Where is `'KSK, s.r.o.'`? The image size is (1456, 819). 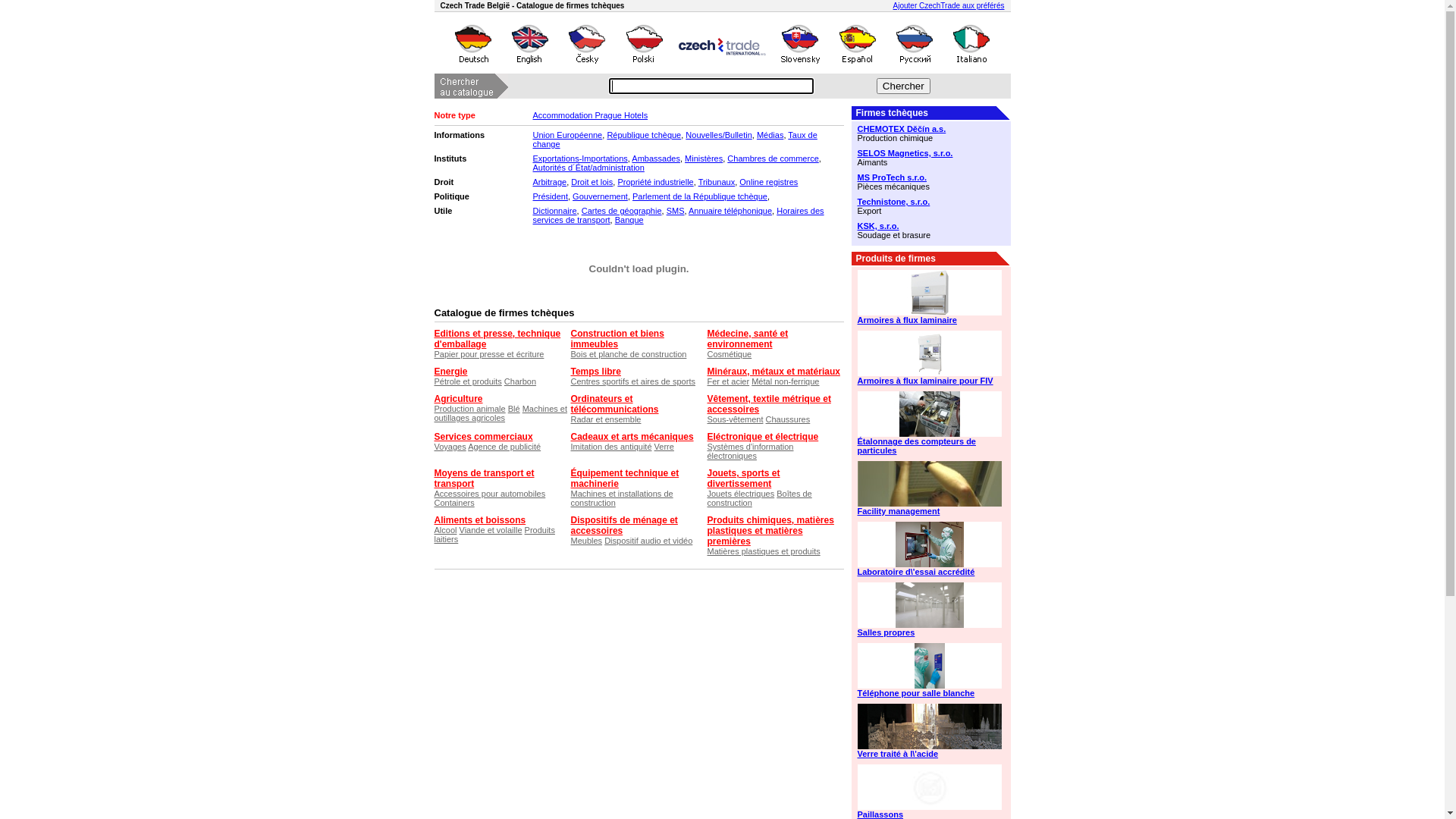 'KSK, s.r.o.' is located at coordinates (930, 225).